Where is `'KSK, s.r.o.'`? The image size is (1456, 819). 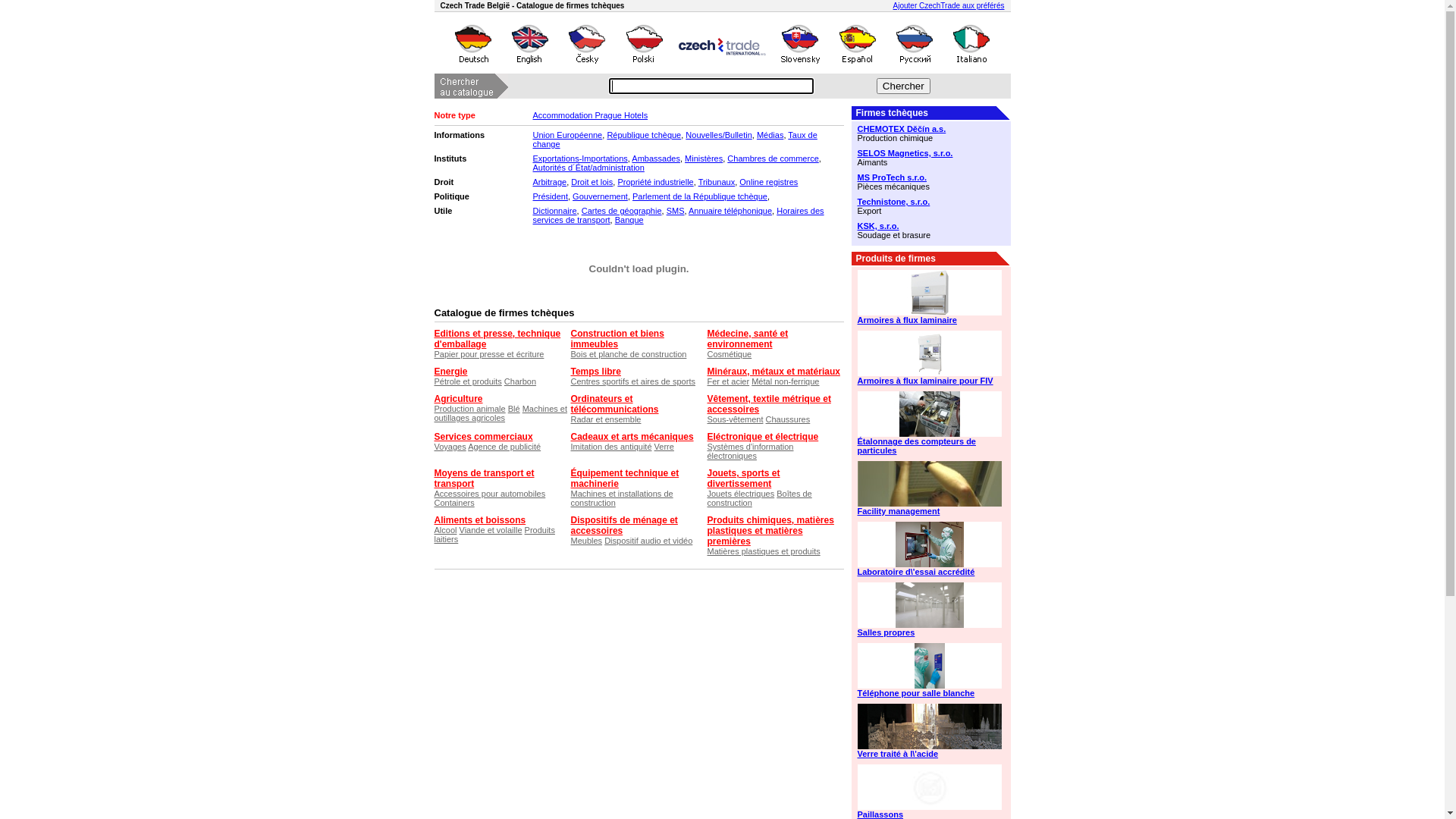 'KSK, s.r.o.' is located at coordinates (930, 225).